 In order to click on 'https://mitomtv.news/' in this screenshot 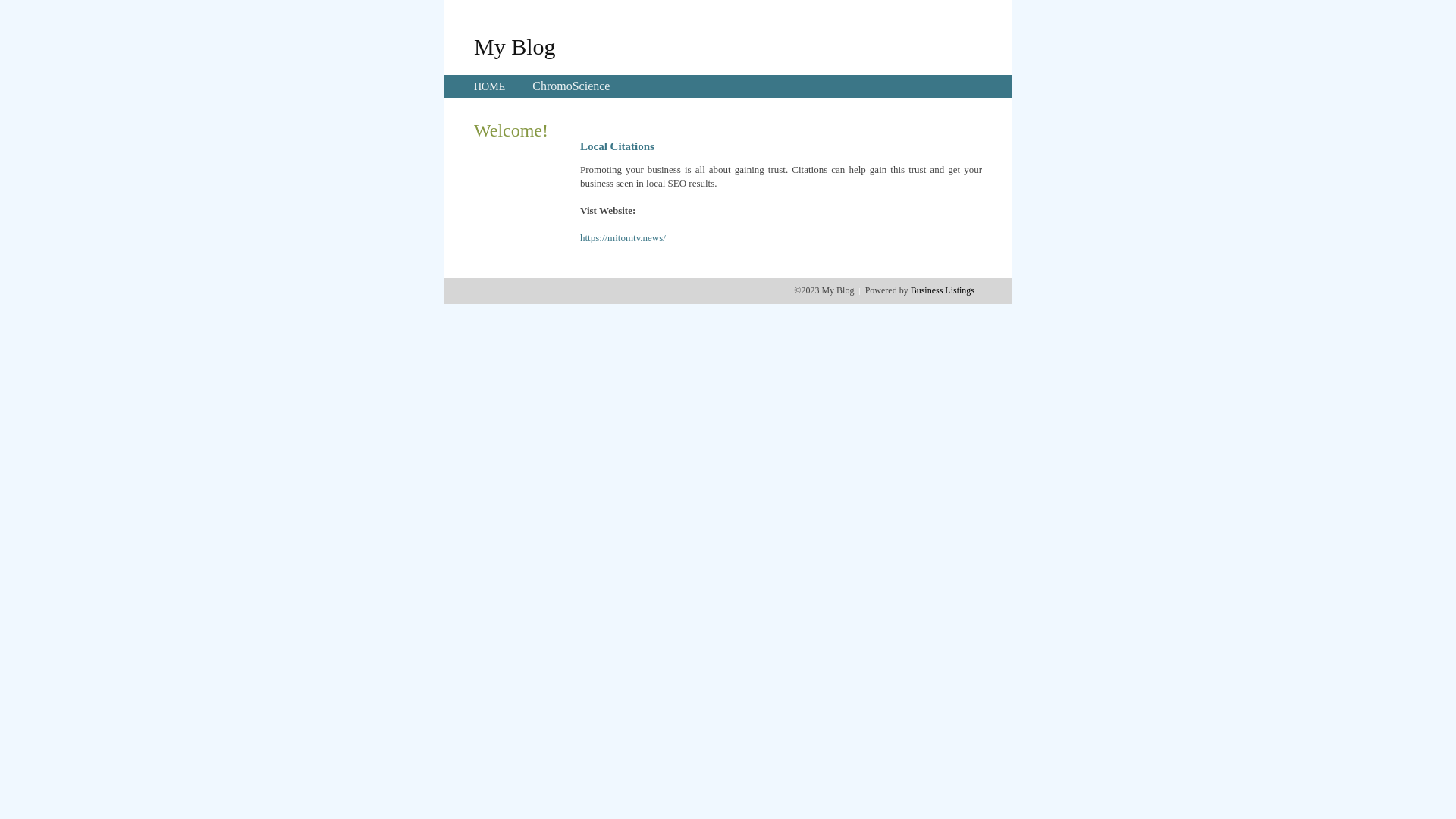, I will do `click(623, 237)`.